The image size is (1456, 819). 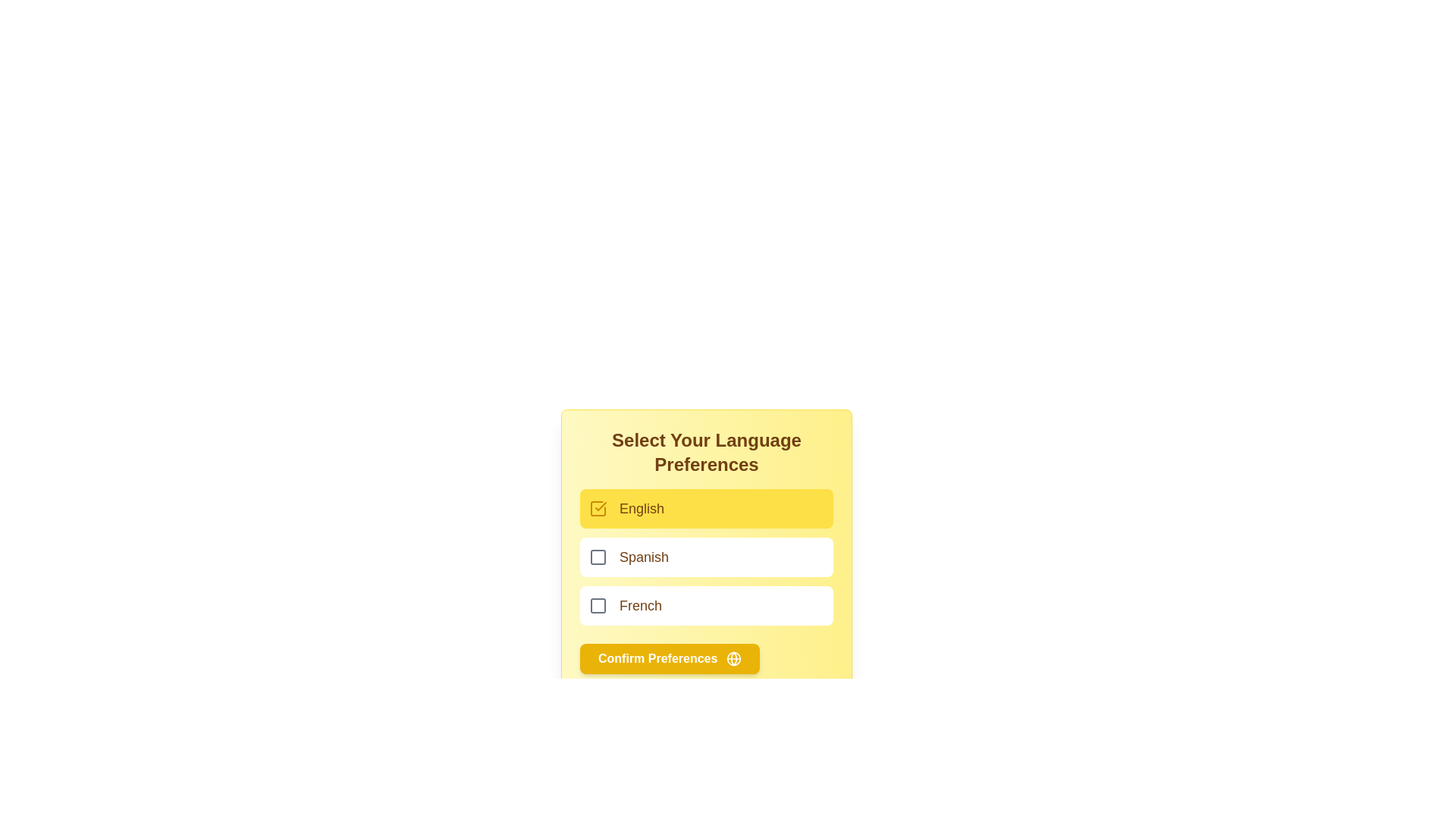 What do you see at coordinates (597, 604) in the screenshot?
I see `the checkbox for the French language selection, which is a small square checkbox with rounded corners located in the bottom section of the language selection list, adjacent to the label 'French'` at bounding box center [597, 604].